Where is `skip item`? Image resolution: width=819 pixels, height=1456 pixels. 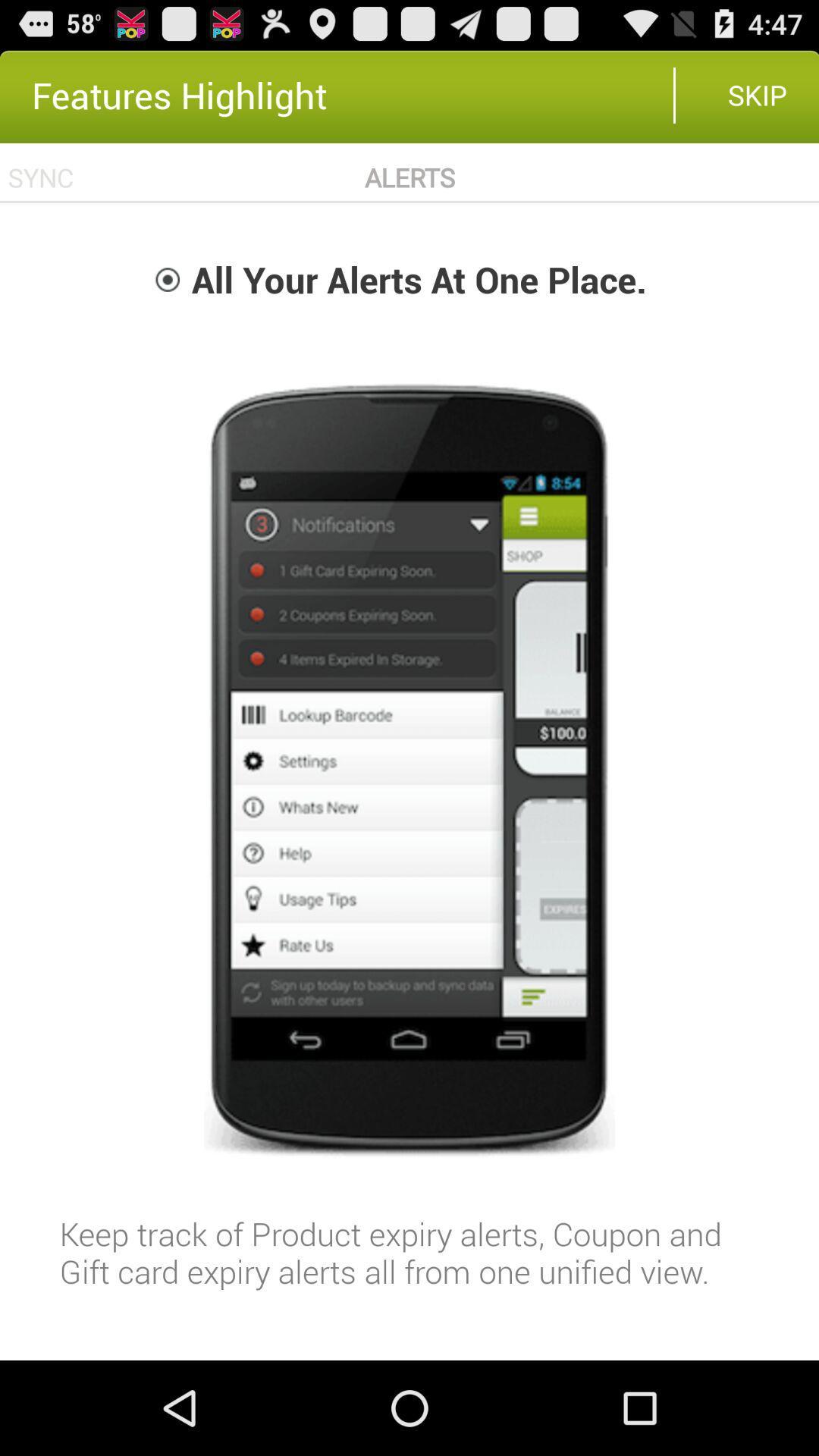
skip item is located at coordinates (758, 94).